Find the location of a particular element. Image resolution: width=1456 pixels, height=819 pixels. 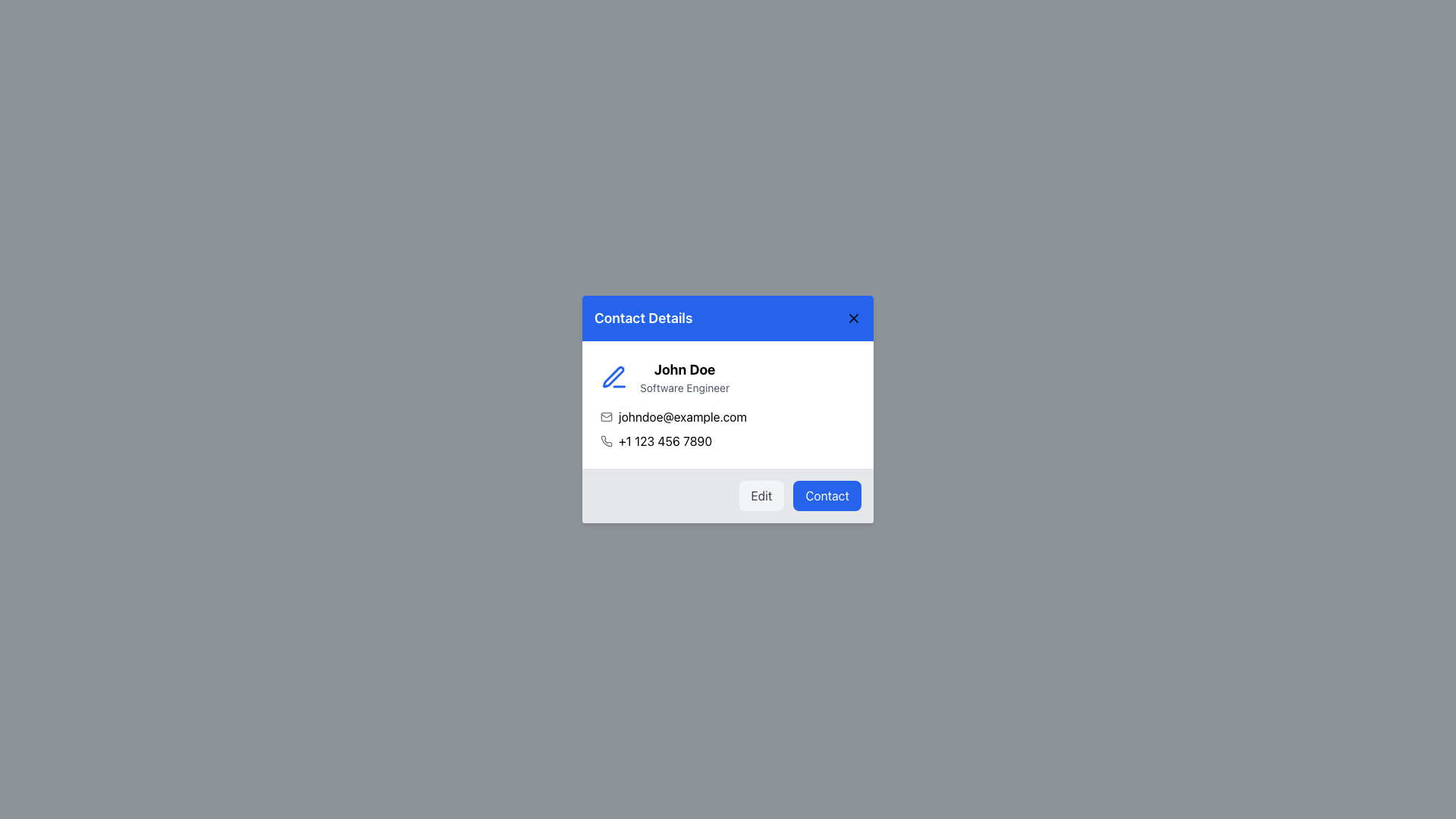

the 'Edit' button, which is a rectangular button with rounded corners located in the bottom-right area of the interface, to initiate editing is located at coordinates (761, 496).